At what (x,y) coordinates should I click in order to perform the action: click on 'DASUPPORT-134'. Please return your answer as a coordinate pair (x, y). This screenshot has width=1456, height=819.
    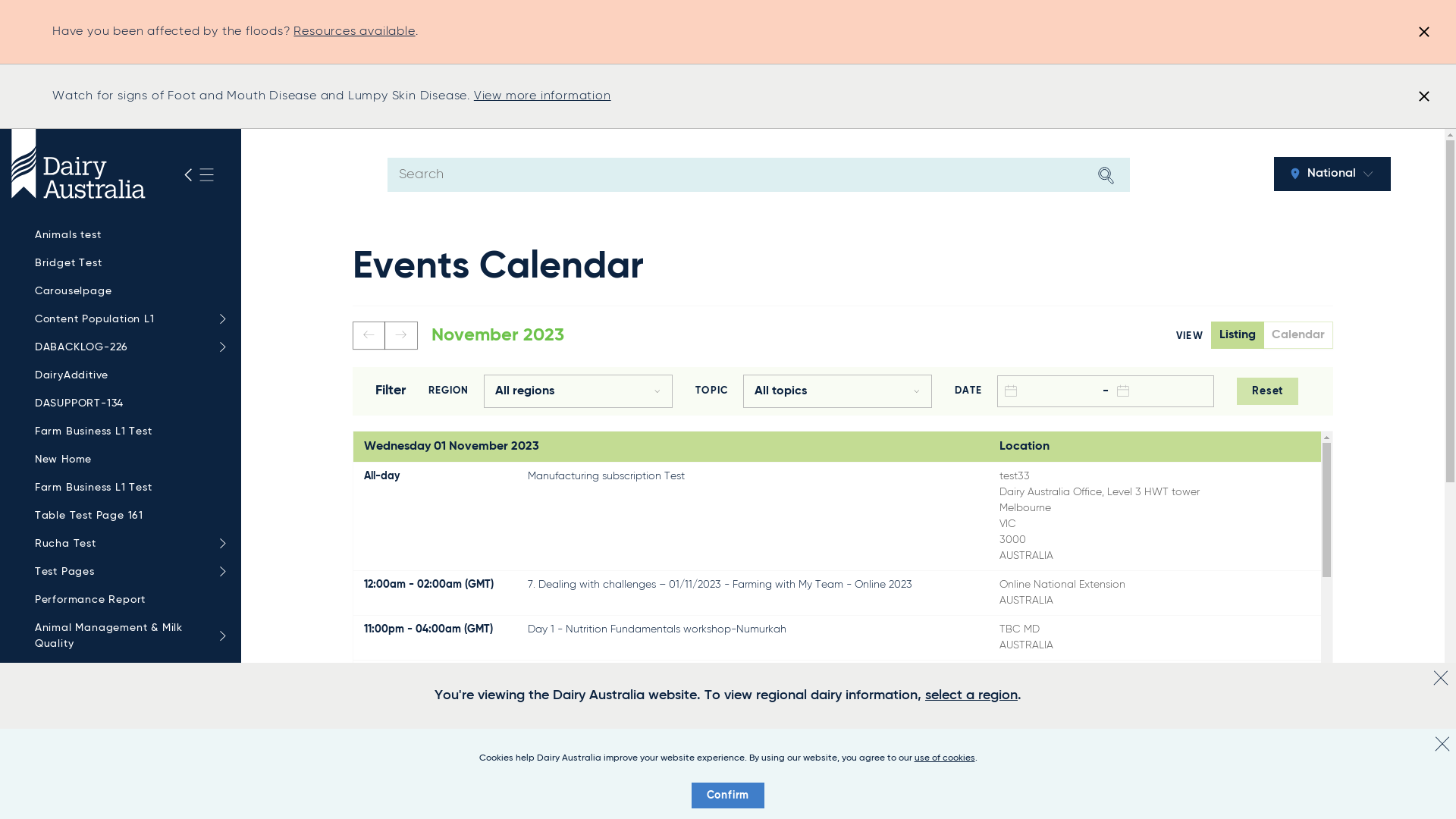
    Looking at the image, I should click on (127, 403).